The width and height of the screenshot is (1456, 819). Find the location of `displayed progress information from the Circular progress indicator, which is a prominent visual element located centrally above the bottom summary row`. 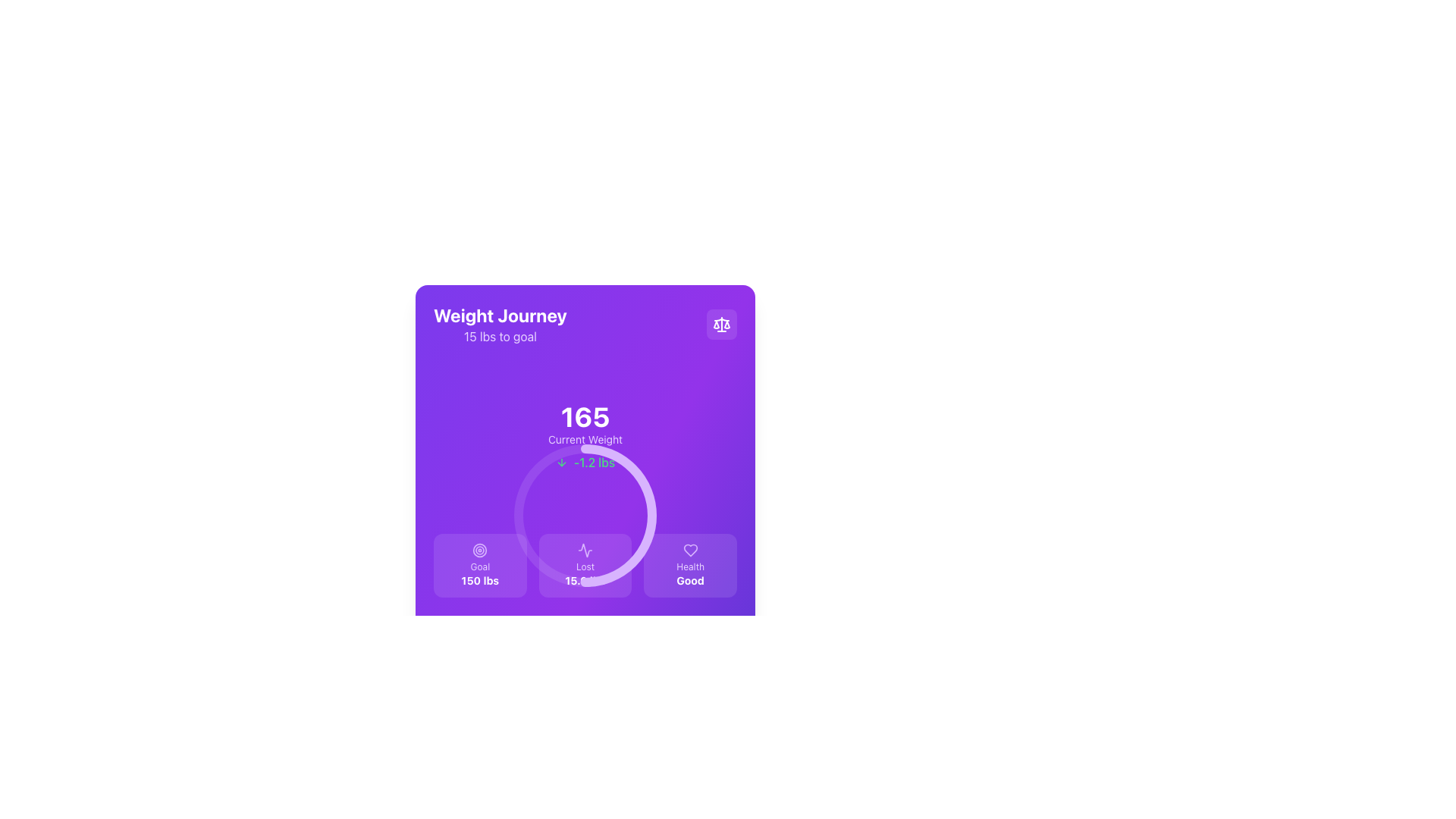

displayed progress information from the Circular progress indicator, which is a prominent visual element located centrally above the bottom summary row is located at coordinates (585, 436).